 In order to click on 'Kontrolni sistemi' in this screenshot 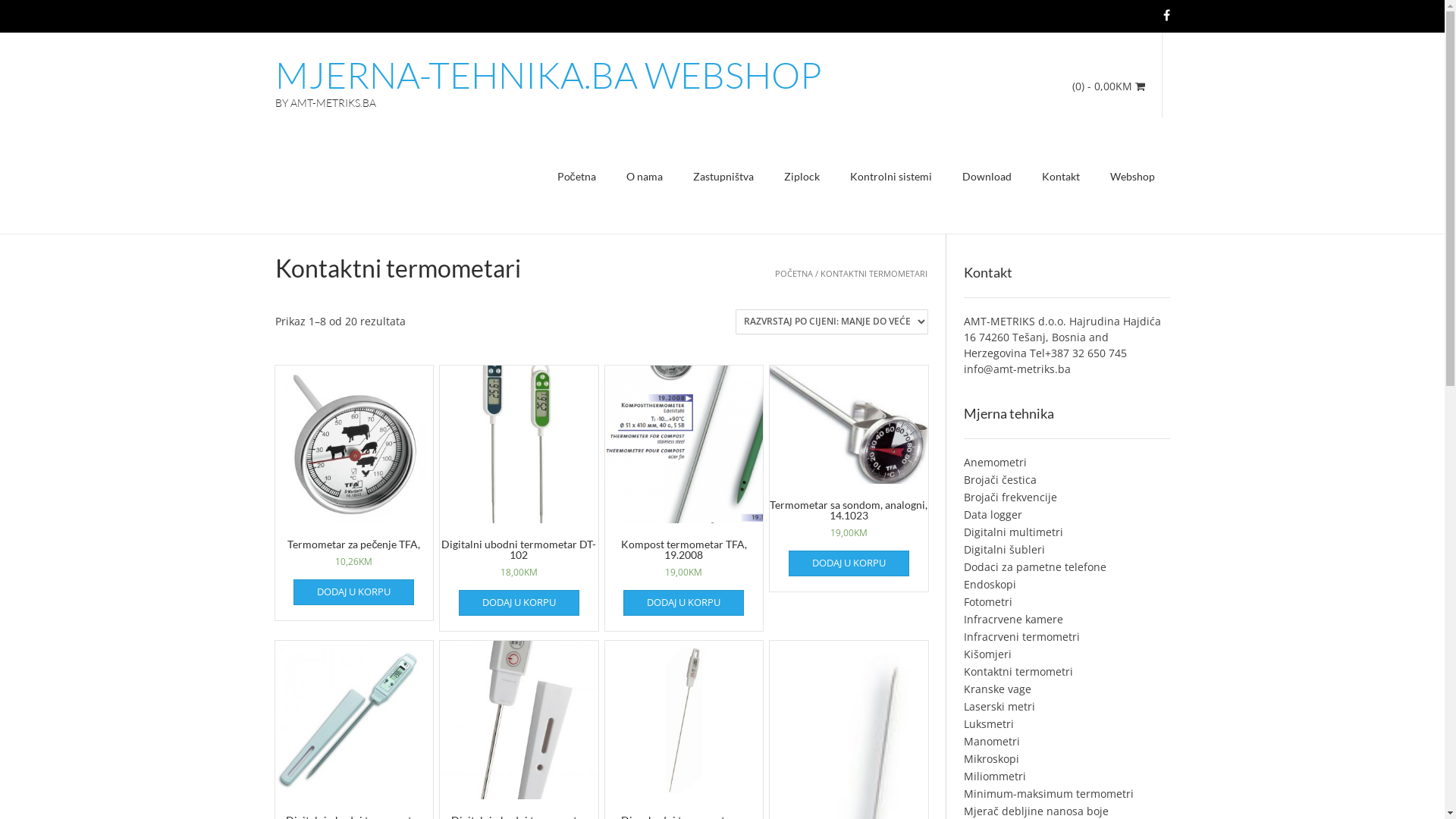, I will do `click(890, 177)`.